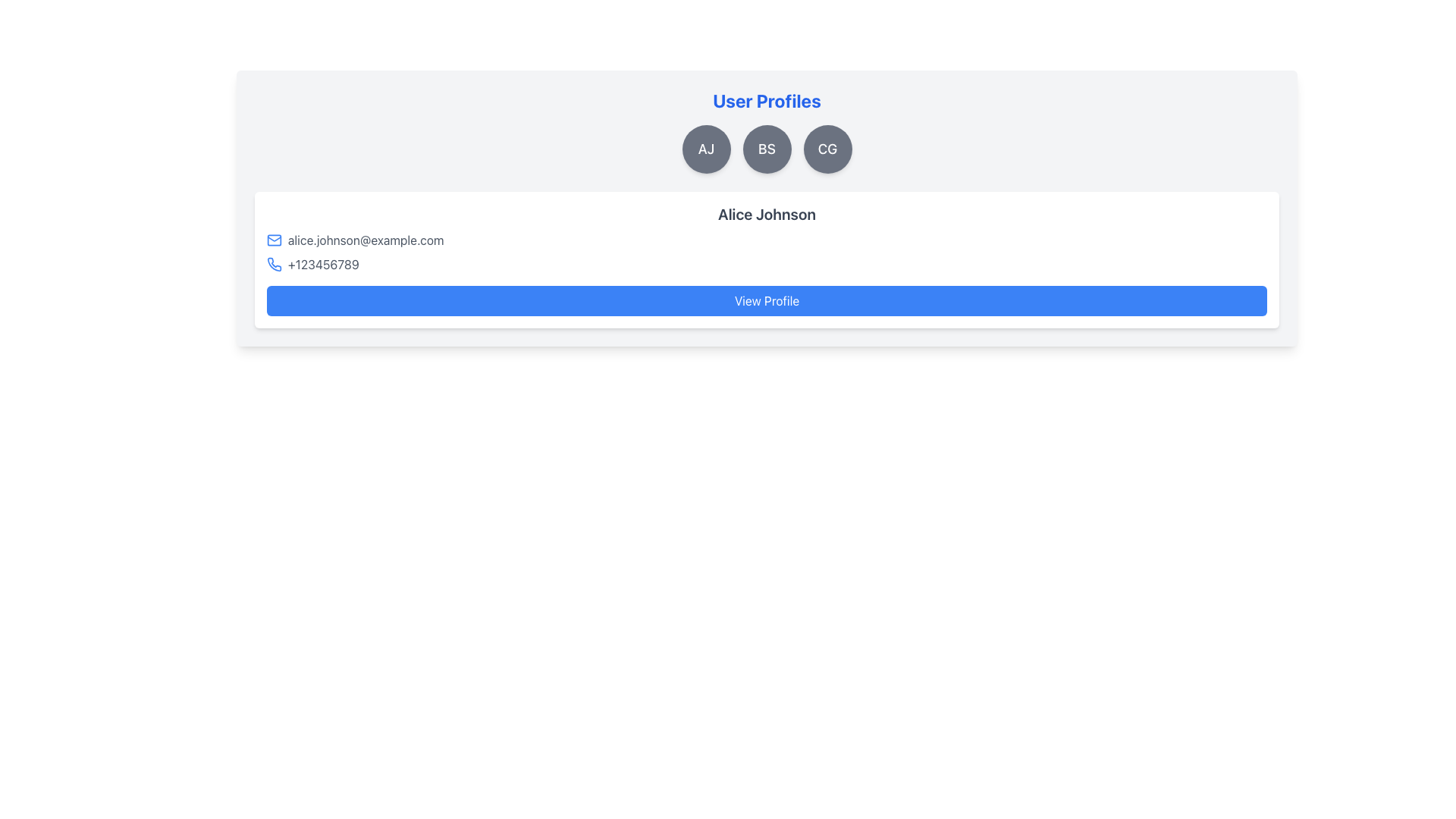  Describe the element at coordinates (274, 239) in the screenshot. I see `the small blue envelope icon located to the left of the email address 'alice.johnson@example.com'` at that location.